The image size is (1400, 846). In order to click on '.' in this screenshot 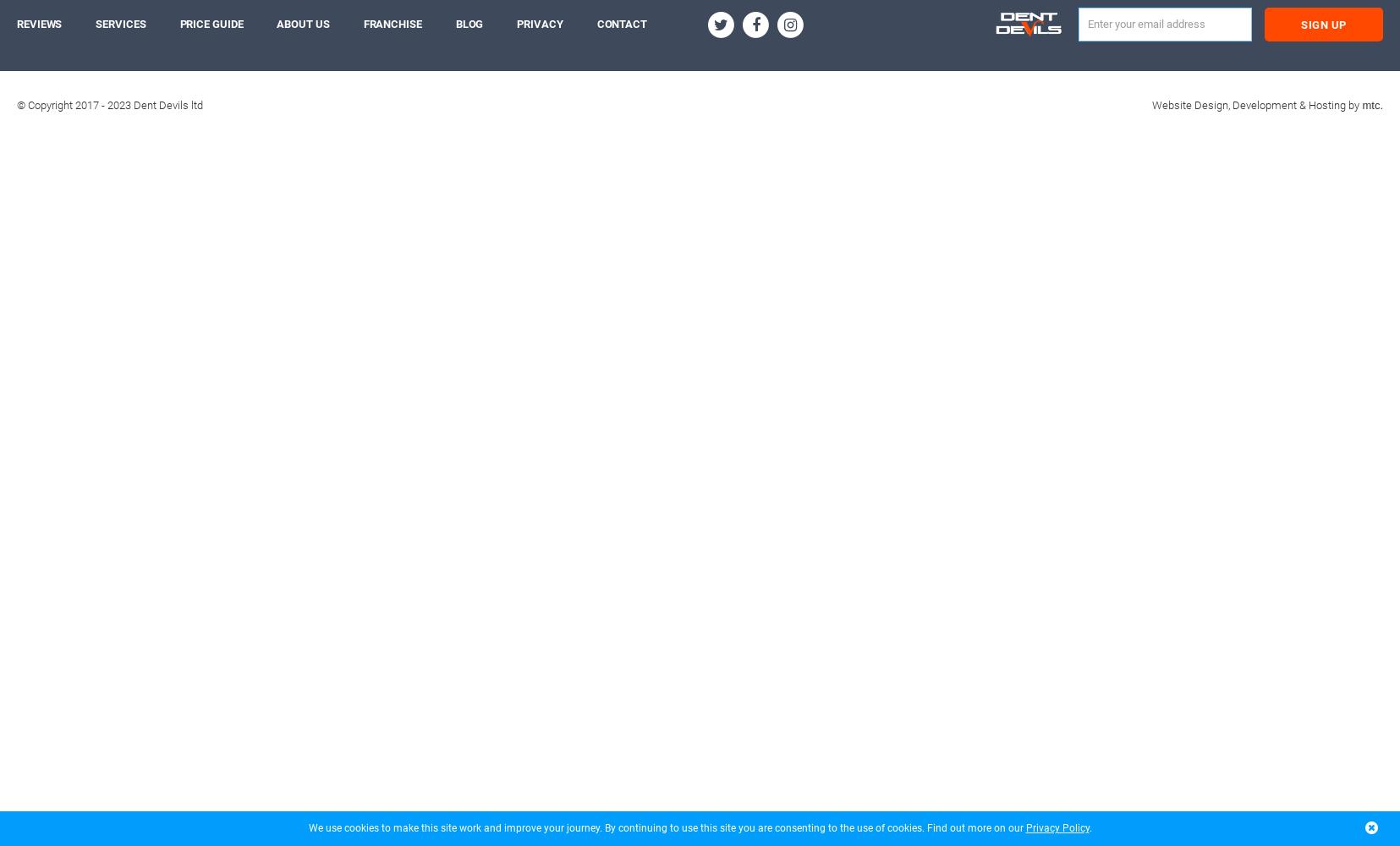, I will do `click(1087, 827)`.